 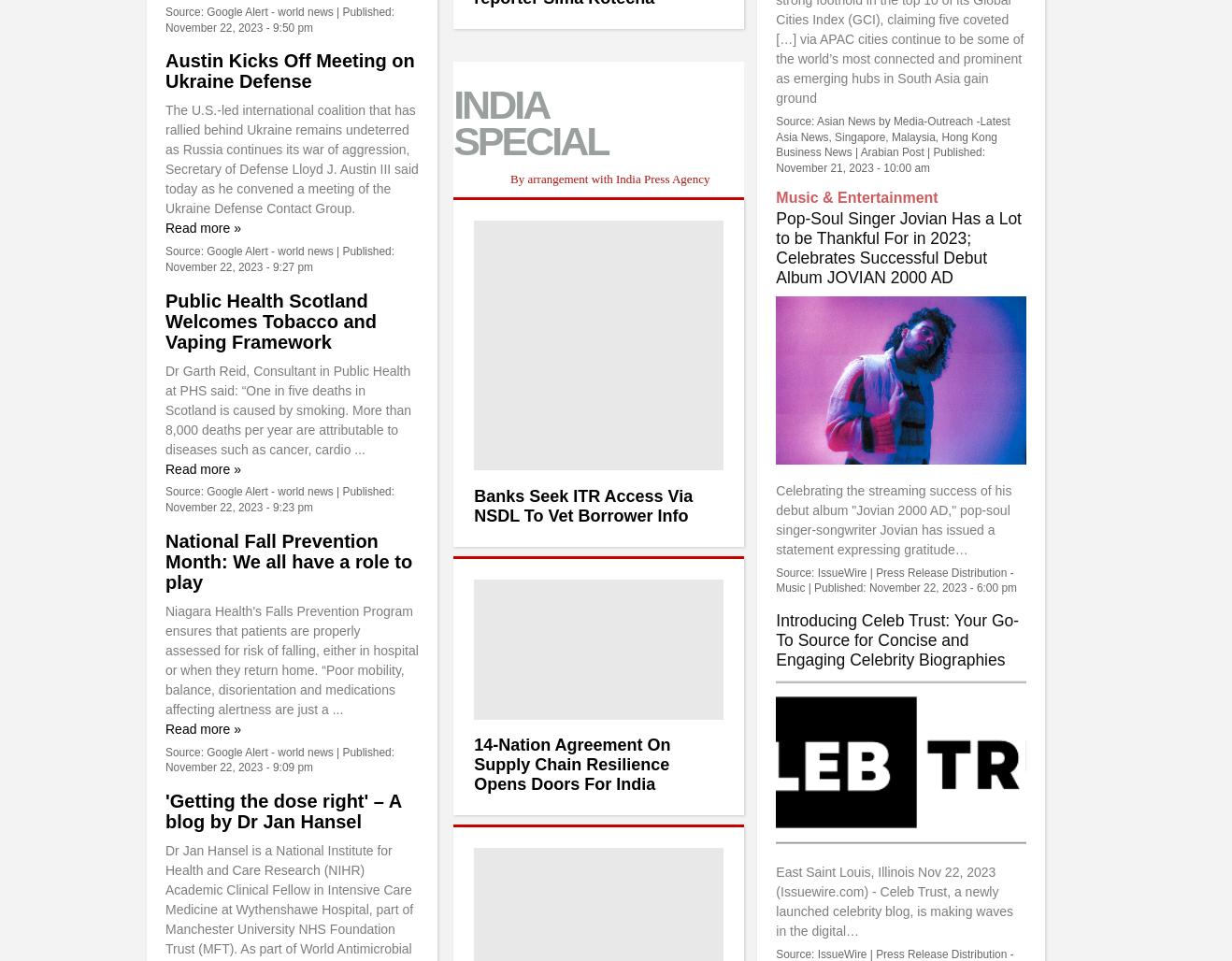 I want to click on 'November 21, 2023 - 10:00 am', so click(x=852, y=166).